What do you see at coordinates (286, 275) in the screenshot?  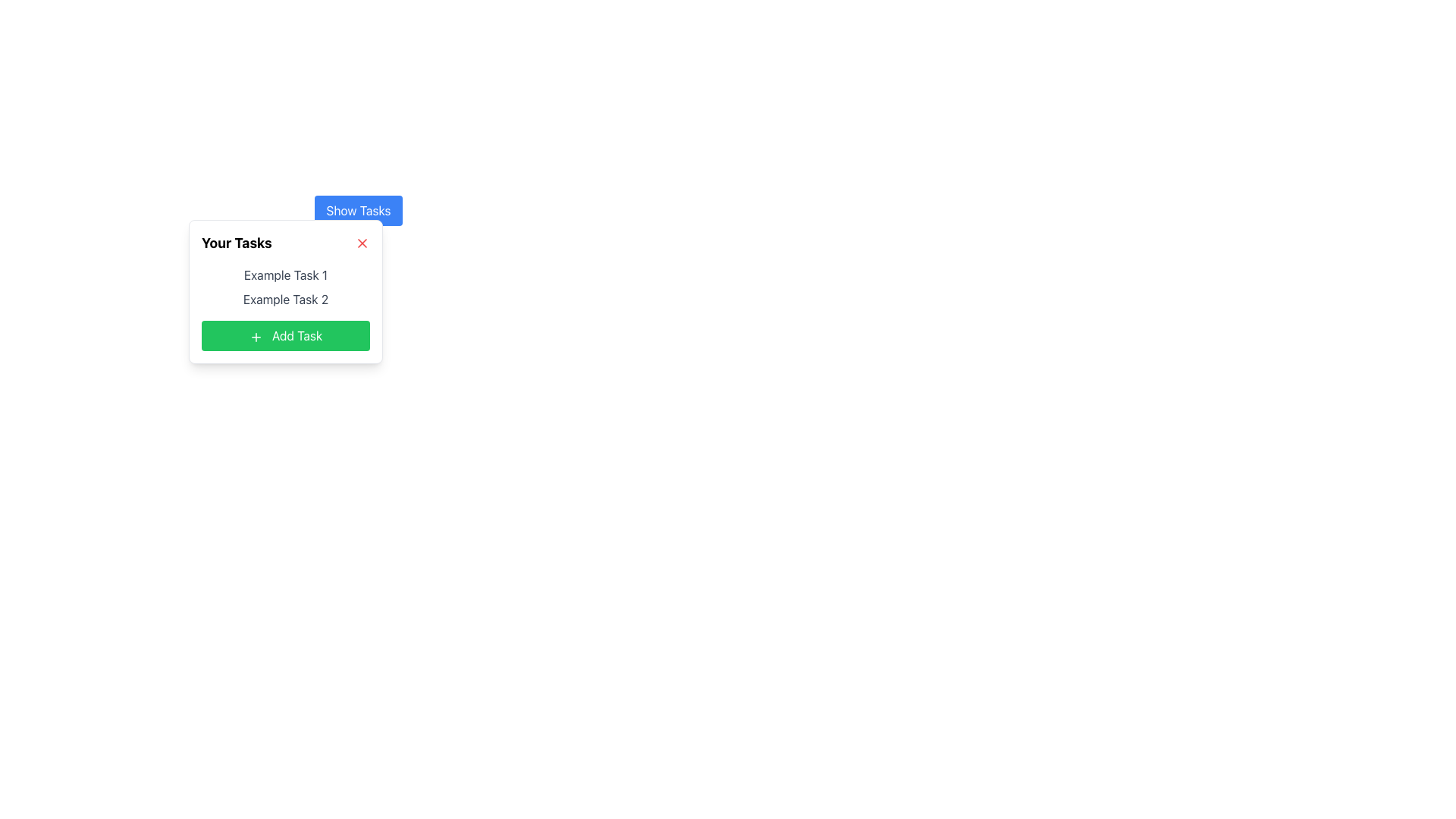 I see `the text label that represents the task name, positioned as the first item in the task list under the 'Your Tasks' header` at bounding box center [286, 275].